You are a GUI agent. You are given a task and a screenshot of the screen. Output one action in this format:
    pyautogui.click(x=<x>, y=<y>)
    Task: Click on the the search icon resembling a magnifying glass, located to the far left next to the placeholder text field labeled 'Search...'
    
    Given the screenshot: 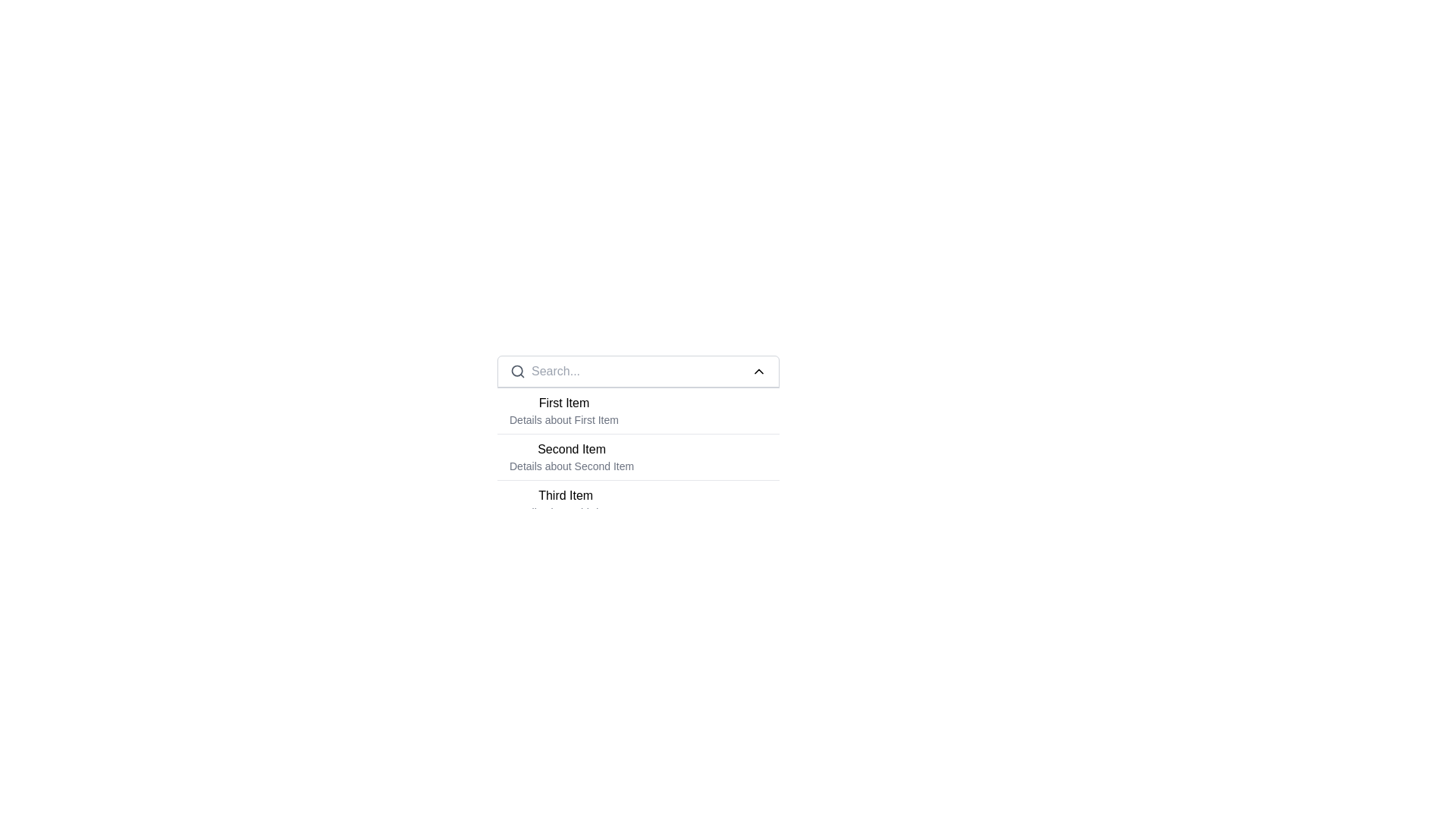 What is the action you would take?
    pyautogui.click(x=517, y=371)
    